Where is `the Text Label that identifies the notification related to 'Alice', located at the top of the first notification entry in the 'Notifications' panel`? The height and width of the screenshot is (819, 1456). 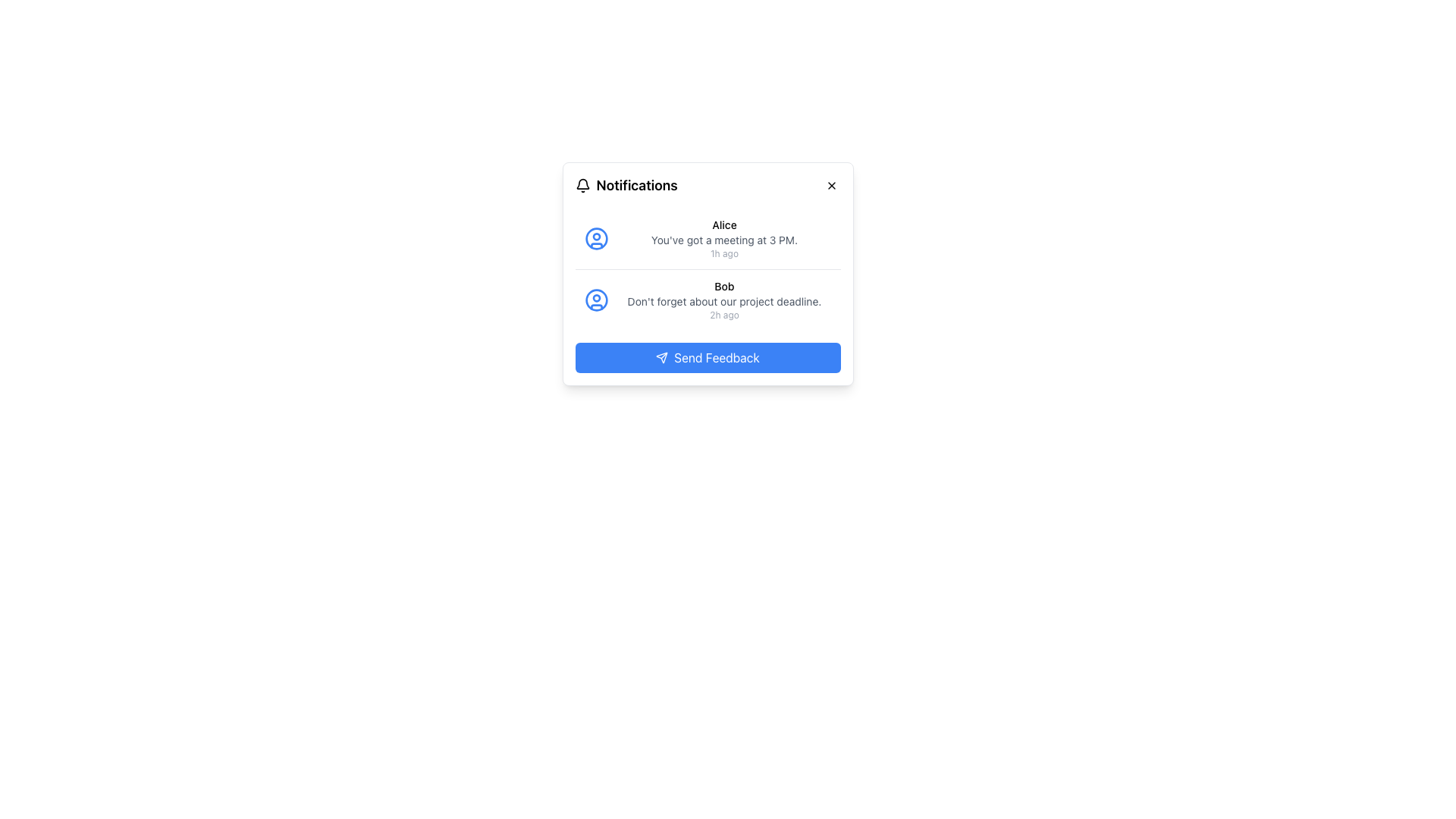
the Text Label that identifies the notification related to 'Alice', located at the top of the first notification entry in the 'Notifications' panel is located at coordinates (723, 225).